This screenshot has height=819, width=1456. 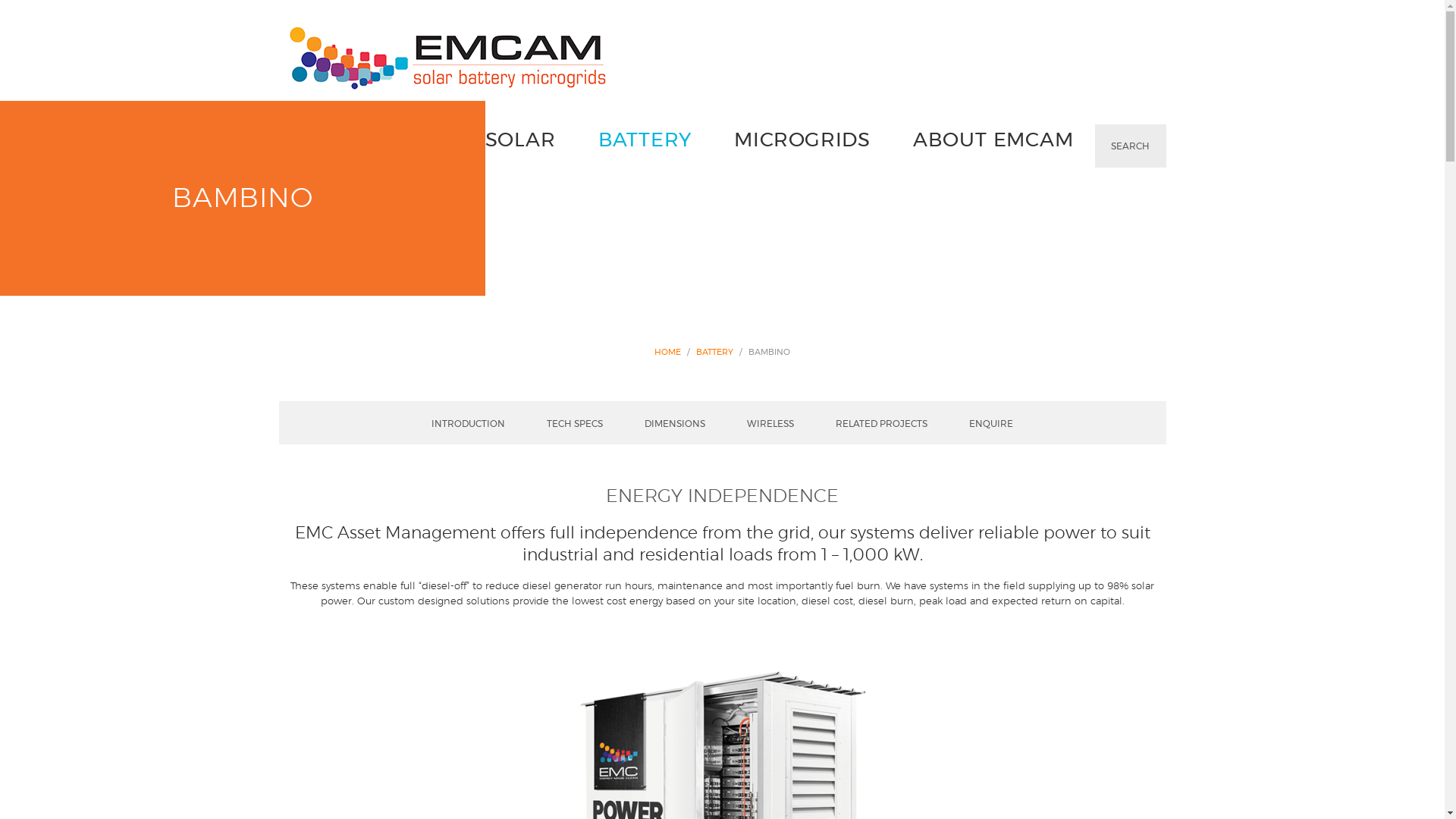 What do you see at coordinates (770, 424) in the screenshot?
I see `'WIRELESS'` at bounding box center [770, 424].